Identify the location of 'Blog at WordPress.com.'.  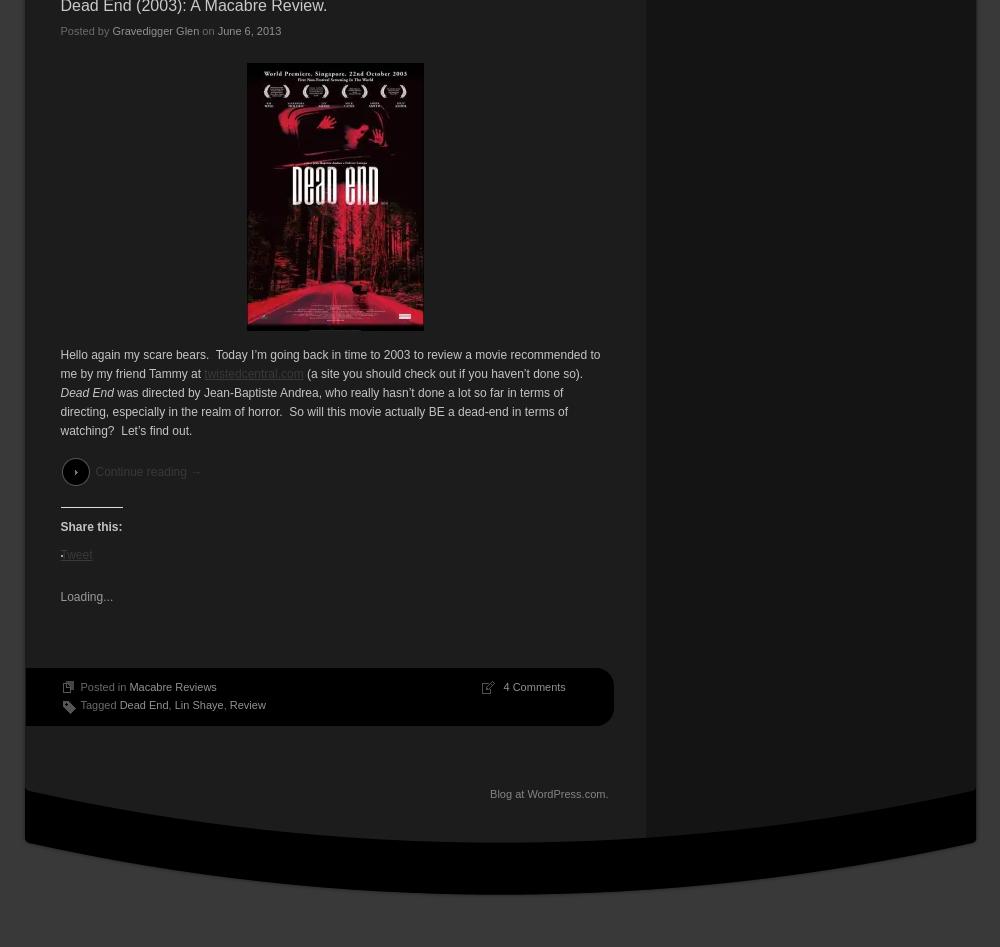
(549, 793).